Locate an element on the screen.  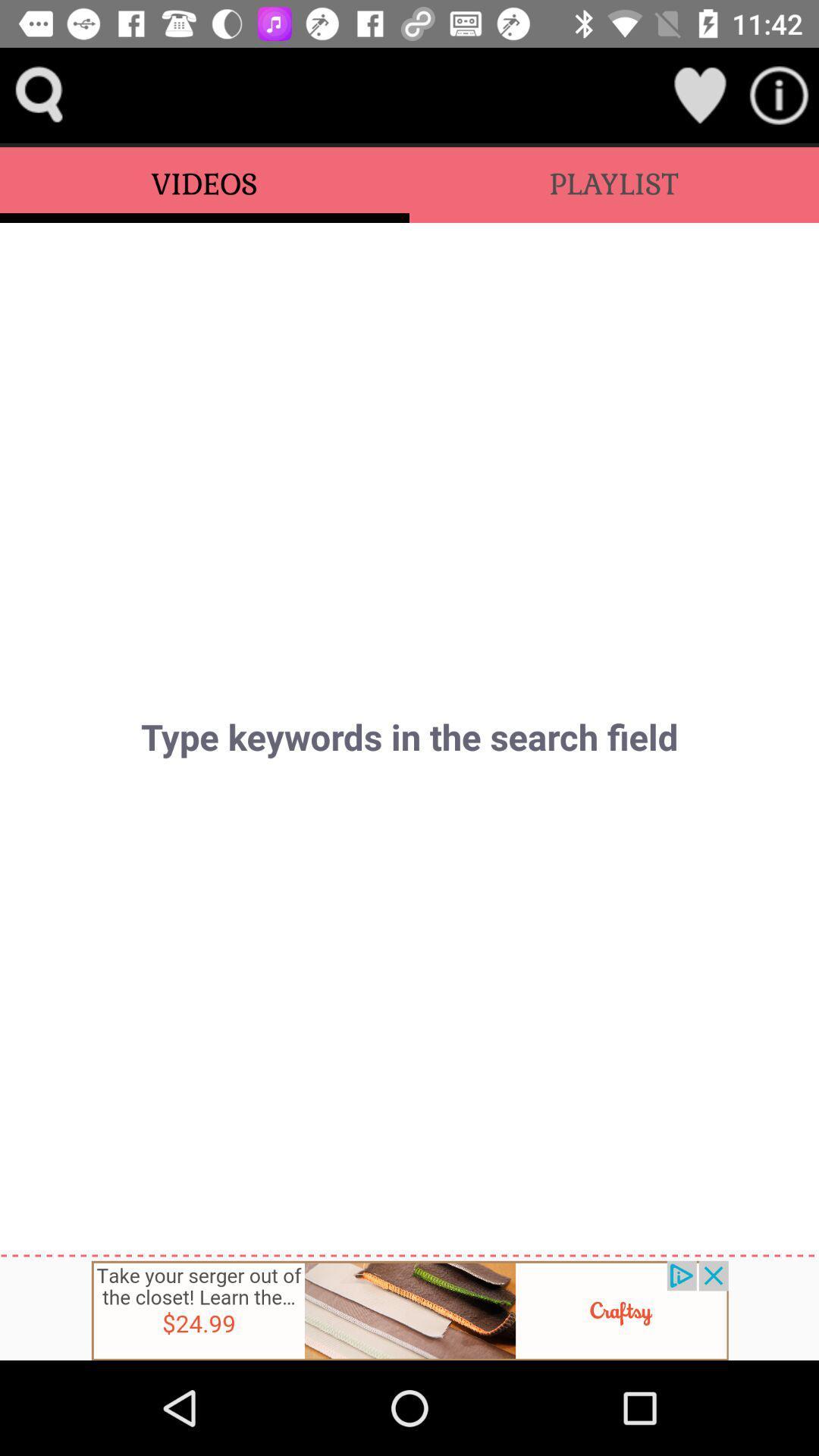
to favorites is located at coordinates (699, 94).